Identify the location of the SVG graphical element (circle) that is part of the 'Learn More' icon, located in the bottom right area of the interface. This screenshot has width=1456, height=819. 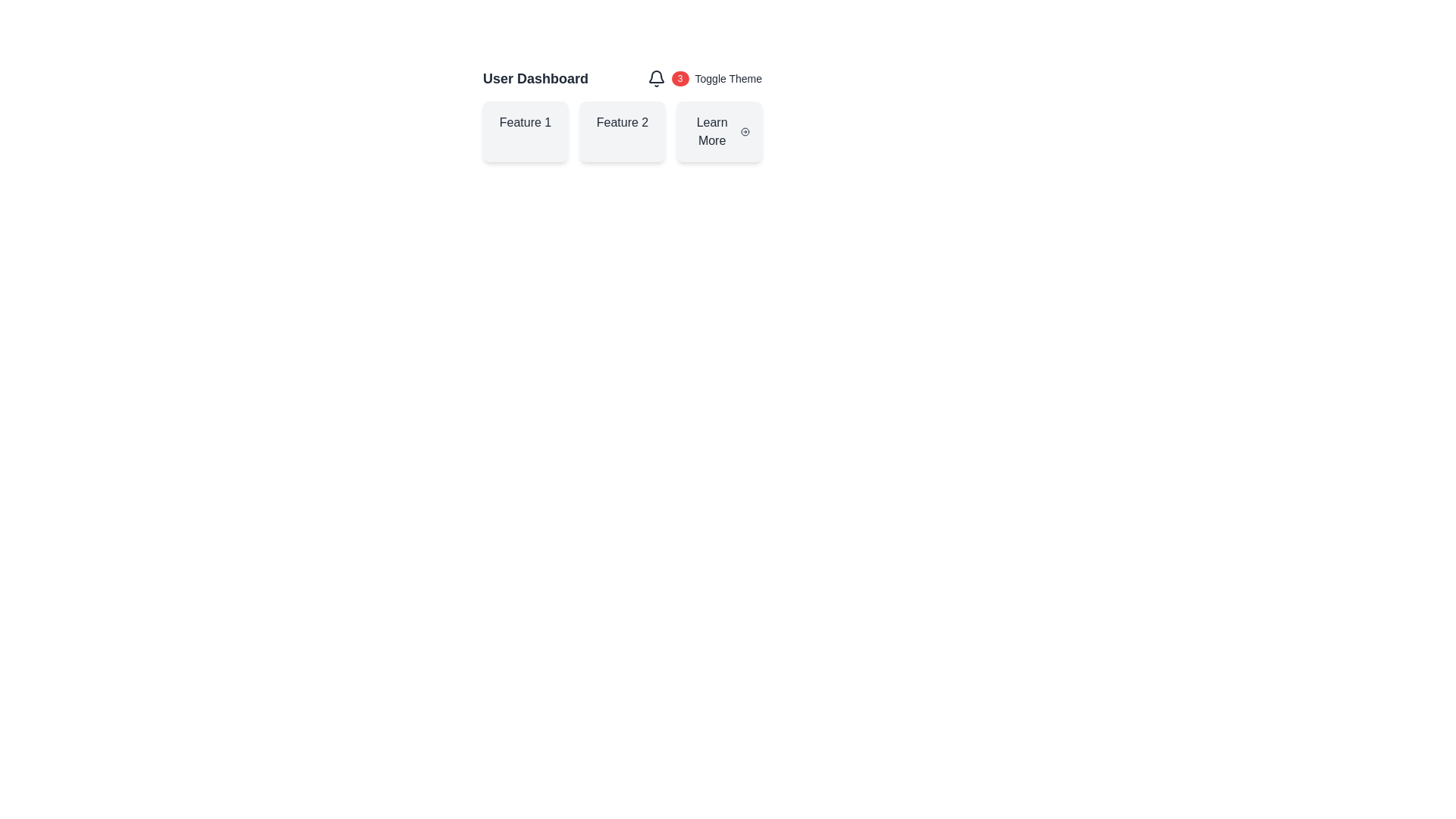
(745, 130).